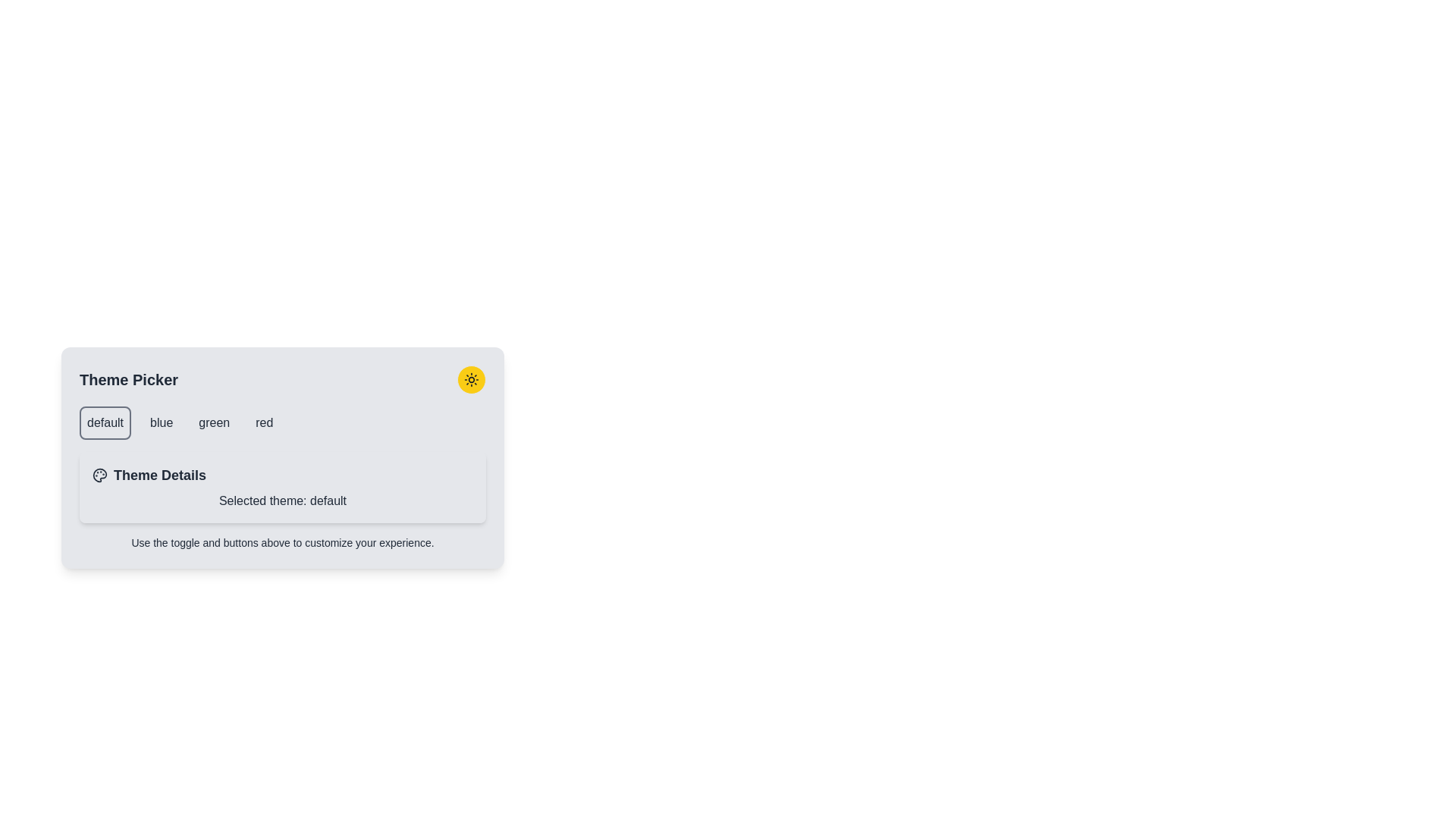 Image resolution: width=1456 pixels, height=819 pixels. I want to click on the text label 'Theme Details', which is styled in bold, large font and located to the right of a palette icon, emphasizing its importance in the theme selection interface, so click(160, 475).